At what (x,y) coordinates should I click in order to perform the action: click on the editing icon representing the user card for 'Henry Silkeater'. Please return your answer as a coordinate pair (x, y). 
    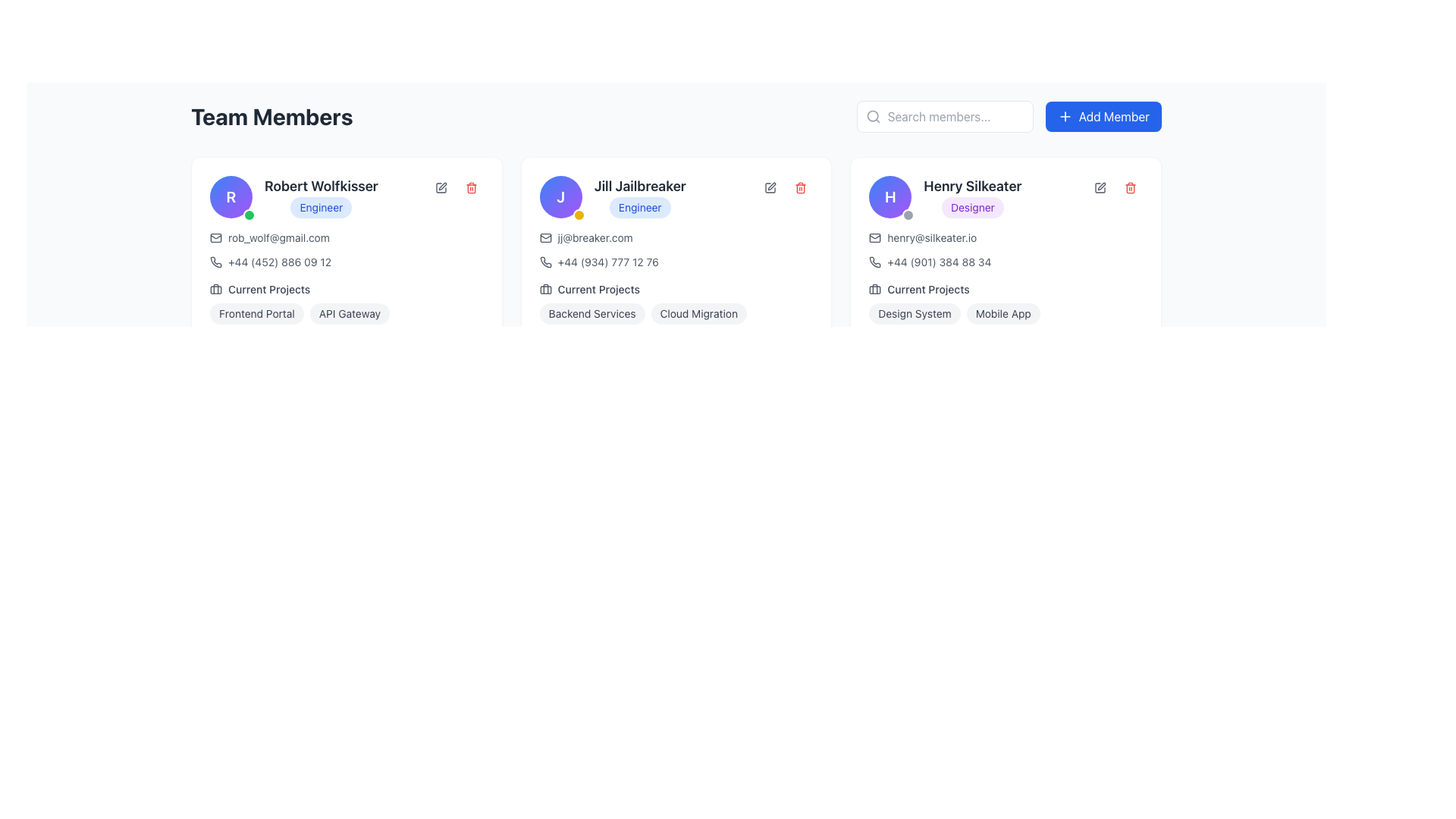
    Looking at the image, I should click on (1100, 187).